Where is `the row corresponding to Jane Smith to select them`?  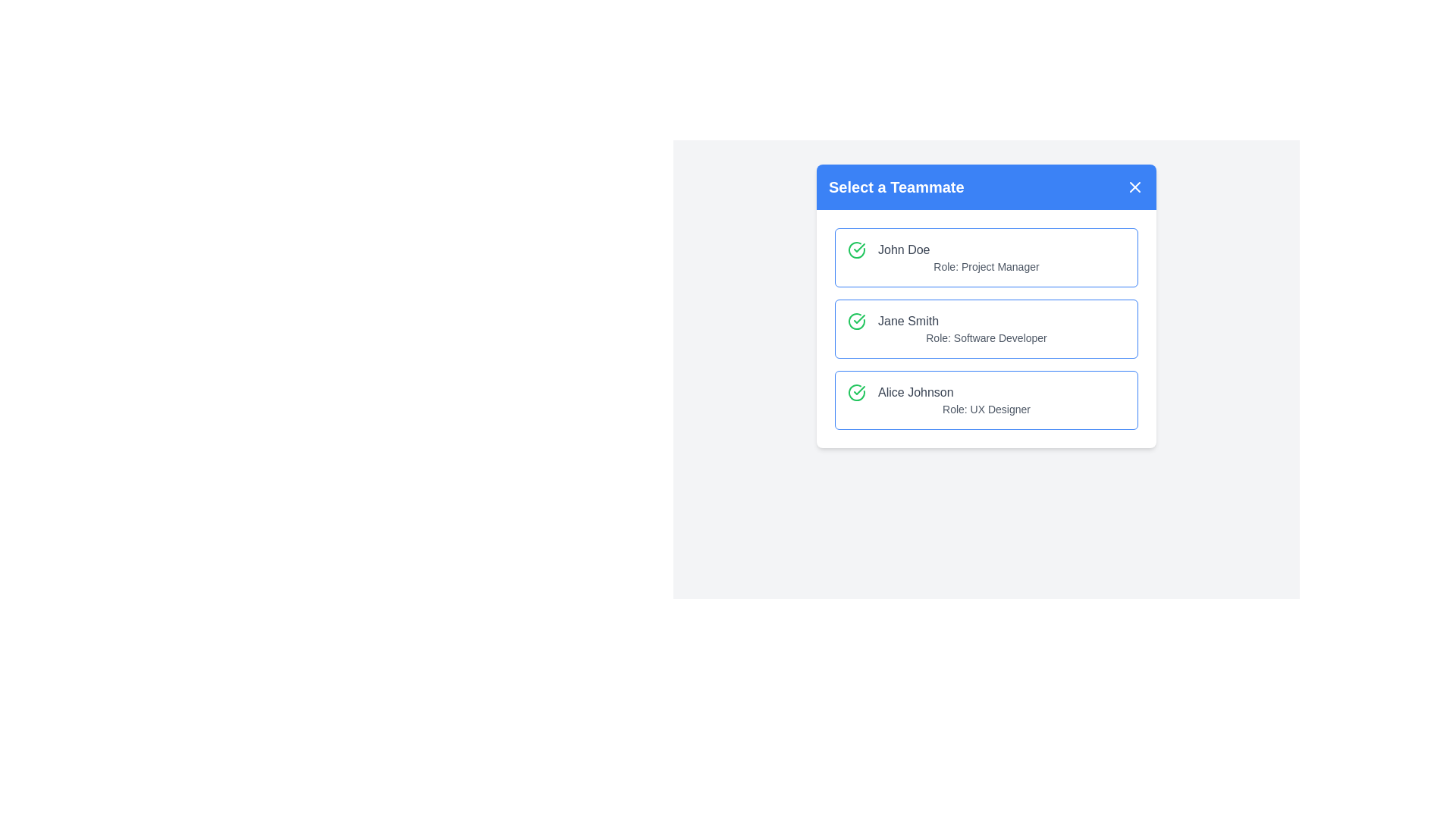
the row corresponding to Jane Smith to select them is located at coordinates (986, 328).